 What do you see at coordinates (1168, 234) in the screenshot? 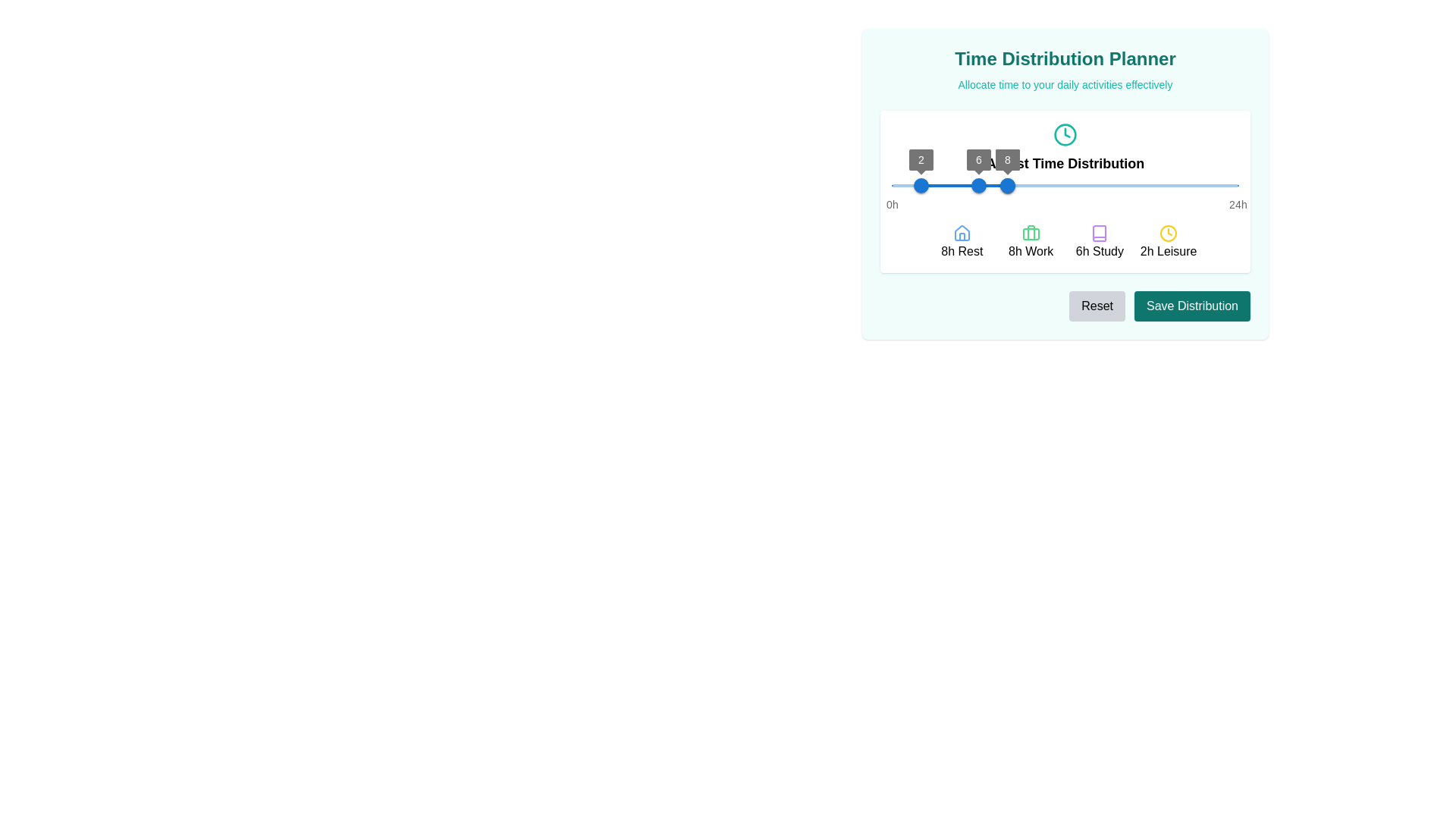
I see `the central circular part of the yellow clock icon located near the heading 'Time Distribution Planner'` at bounding box center [1168, 234].